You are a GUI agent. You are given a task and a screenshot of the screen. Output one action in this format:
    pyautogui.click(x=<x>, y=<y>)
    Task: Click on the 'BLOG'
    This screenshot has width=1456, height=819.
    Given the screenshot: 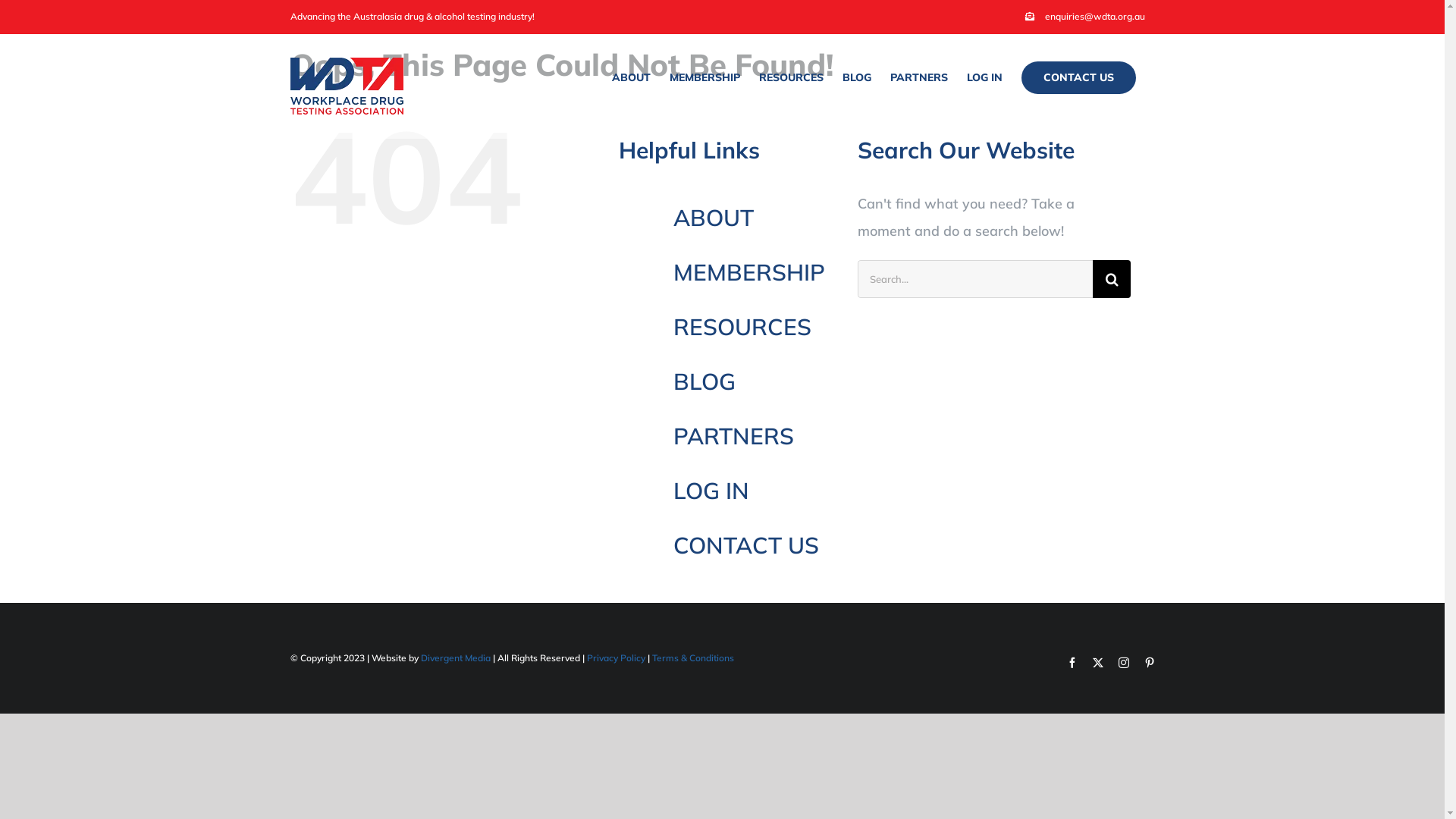 What is the action you would take?
    pyautogui.click(x=855, y=77)
    